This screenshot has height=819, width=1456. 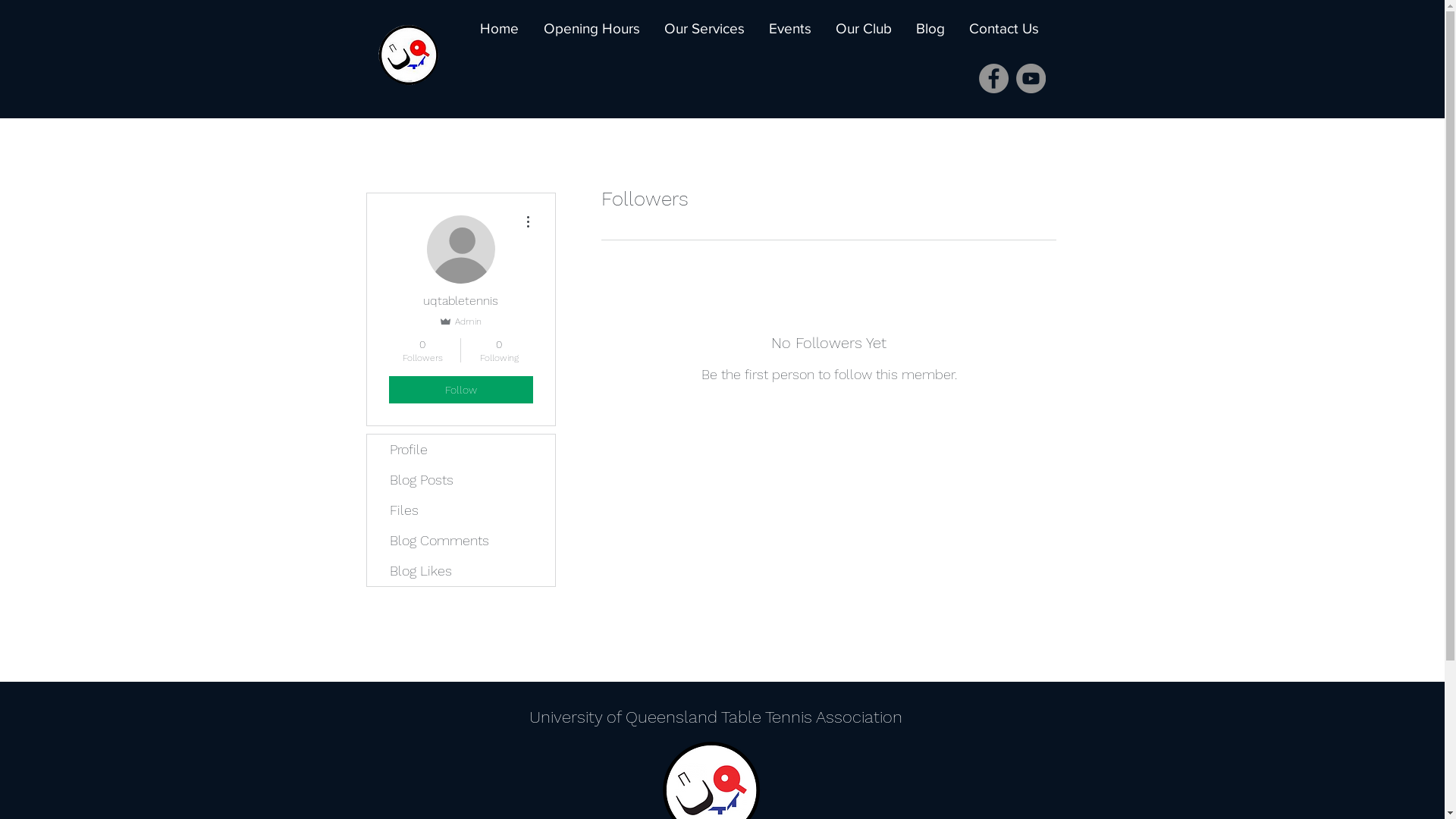 I want to click on 'Blog Likes', so click(x=460, y=570).